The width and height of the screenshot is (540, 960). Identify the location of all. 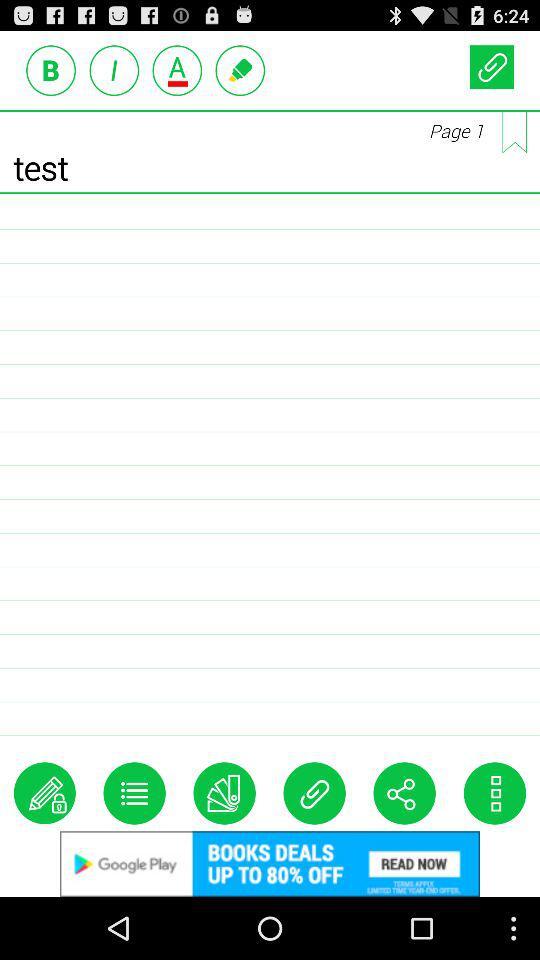
(514, 131).